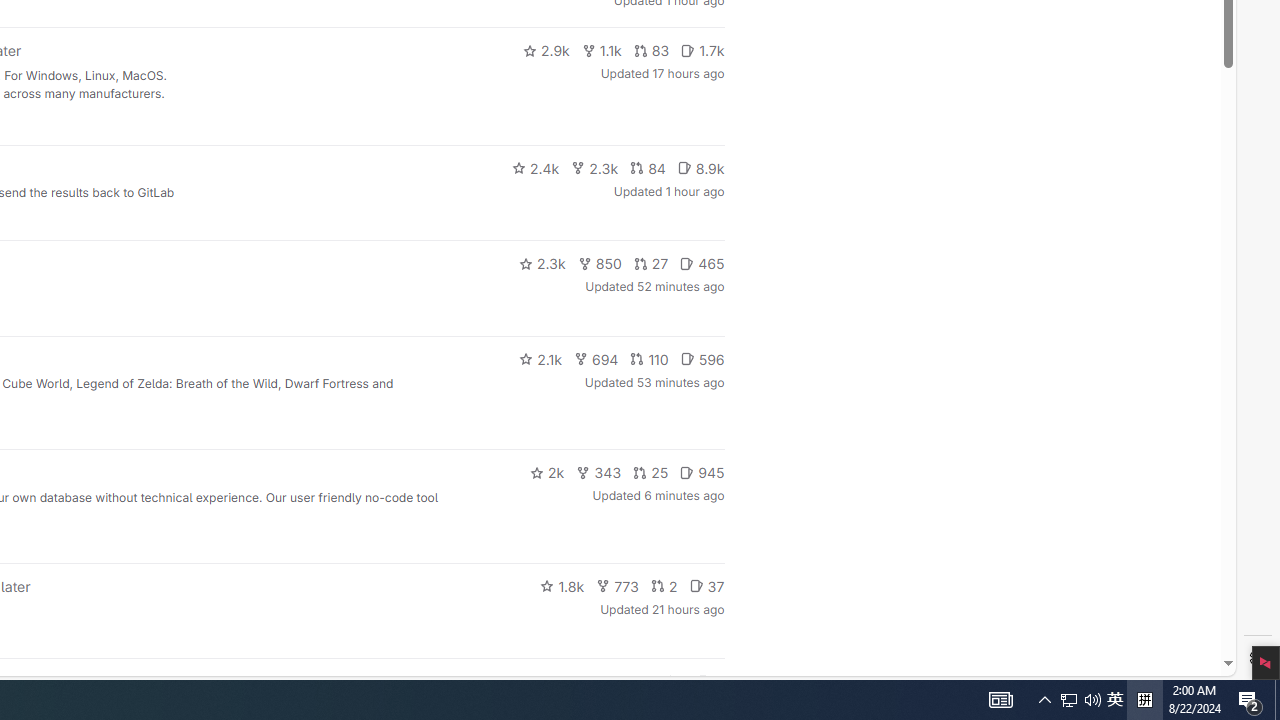 The image size is (1280, 720). Describe the element at coordinates (542, 262) in the screenshot. I see `'2.3k'` at that location.